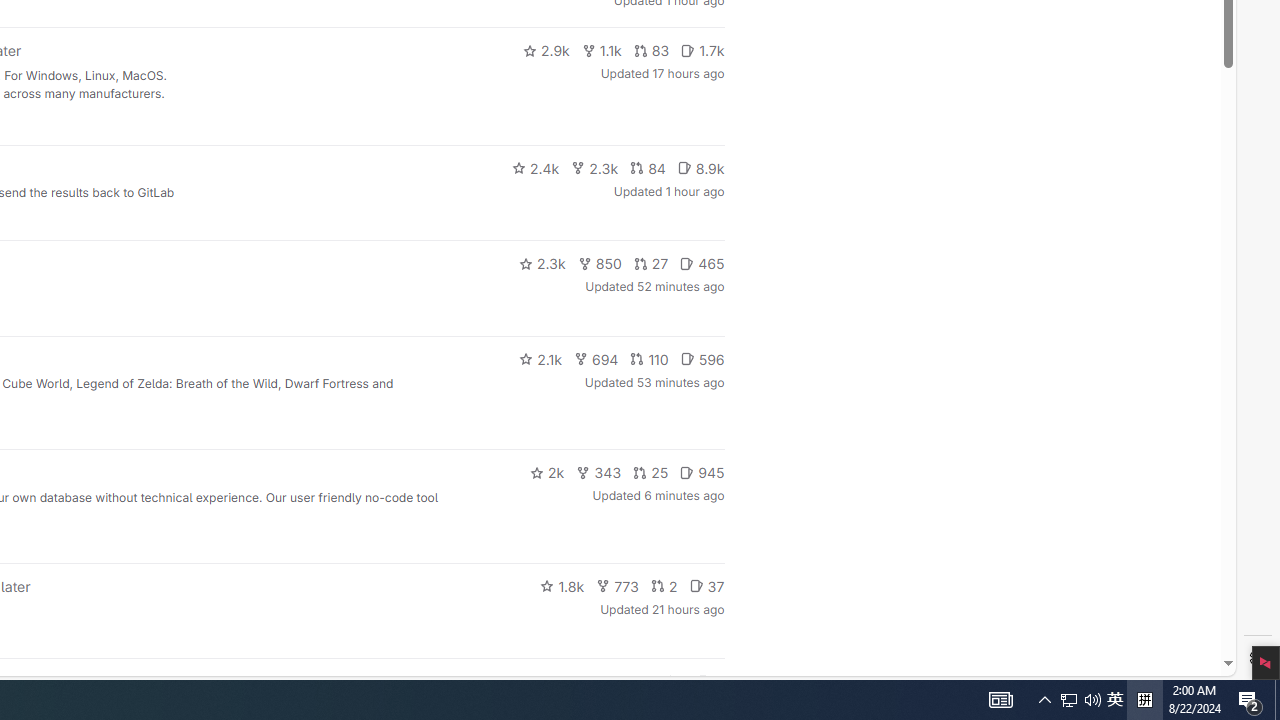 The image size is (1280, 720). Describe the element at coordinates (542, 262) in the screenshot. I see `'2.3k'` at that location.